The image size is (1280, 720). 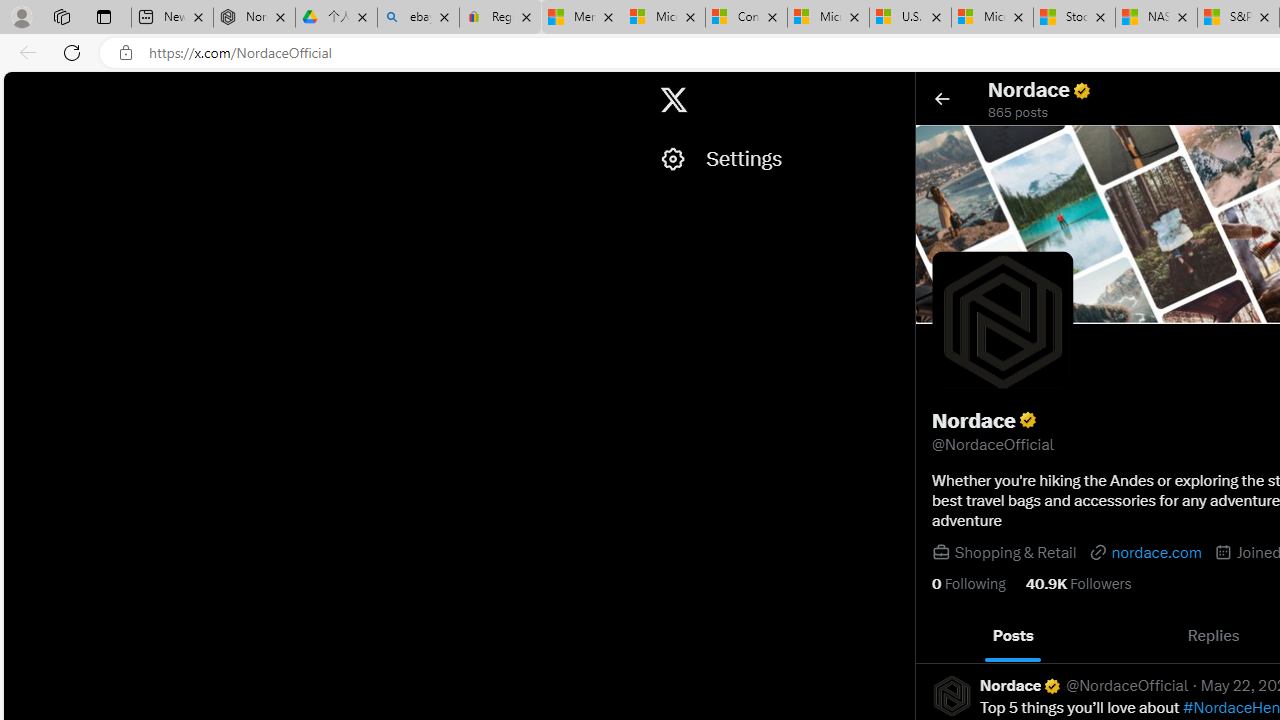 What do you see at coordinates (1077, 583) in the screenshot?
I see `'40.9K Followers'` at bounding box center [1077, 583].